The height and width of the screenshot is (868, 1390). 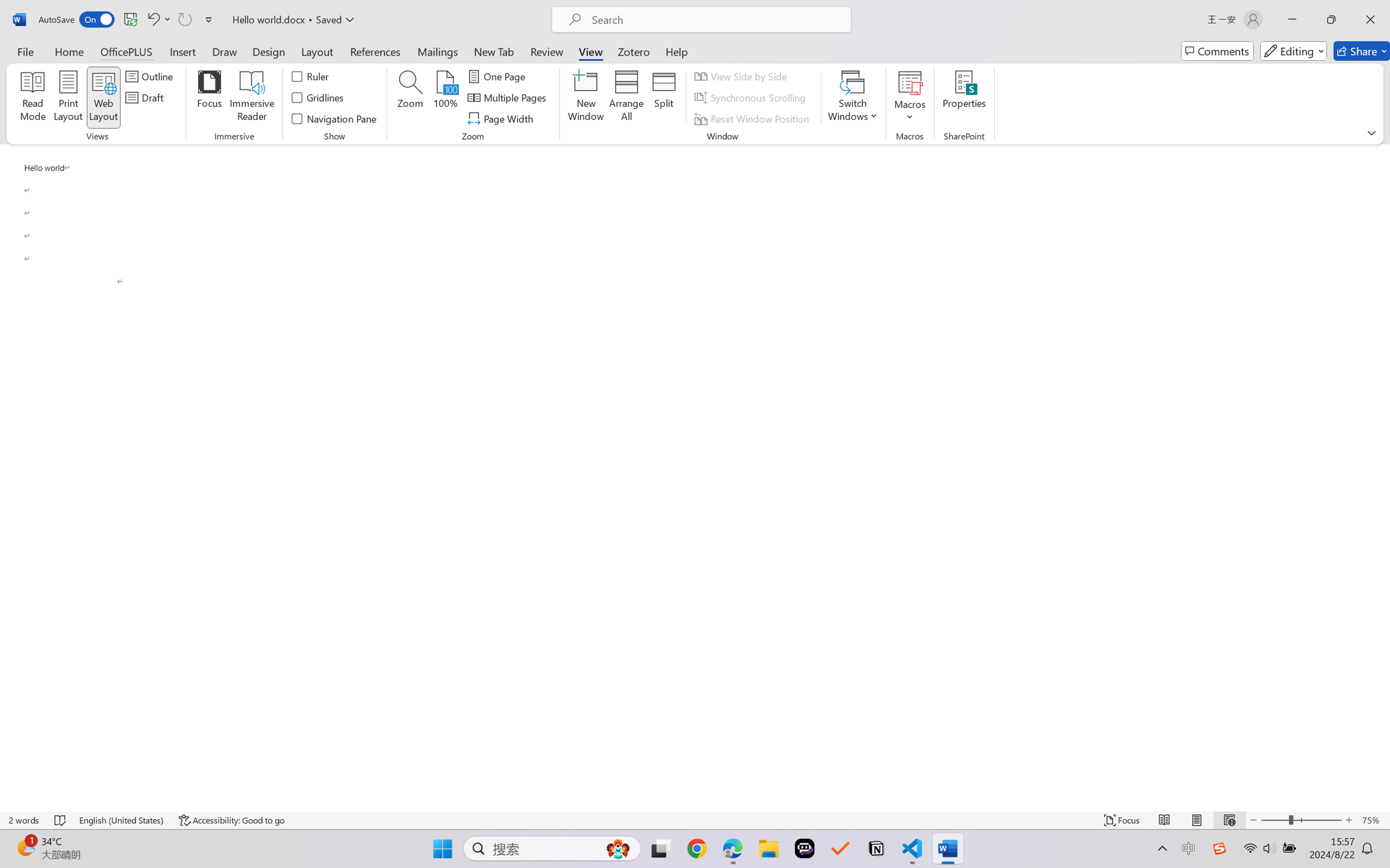 What do you see at coordinates (252, 98) in the screenshot?
I see `'Immersive Reader'` at bounding box center [252, 98].